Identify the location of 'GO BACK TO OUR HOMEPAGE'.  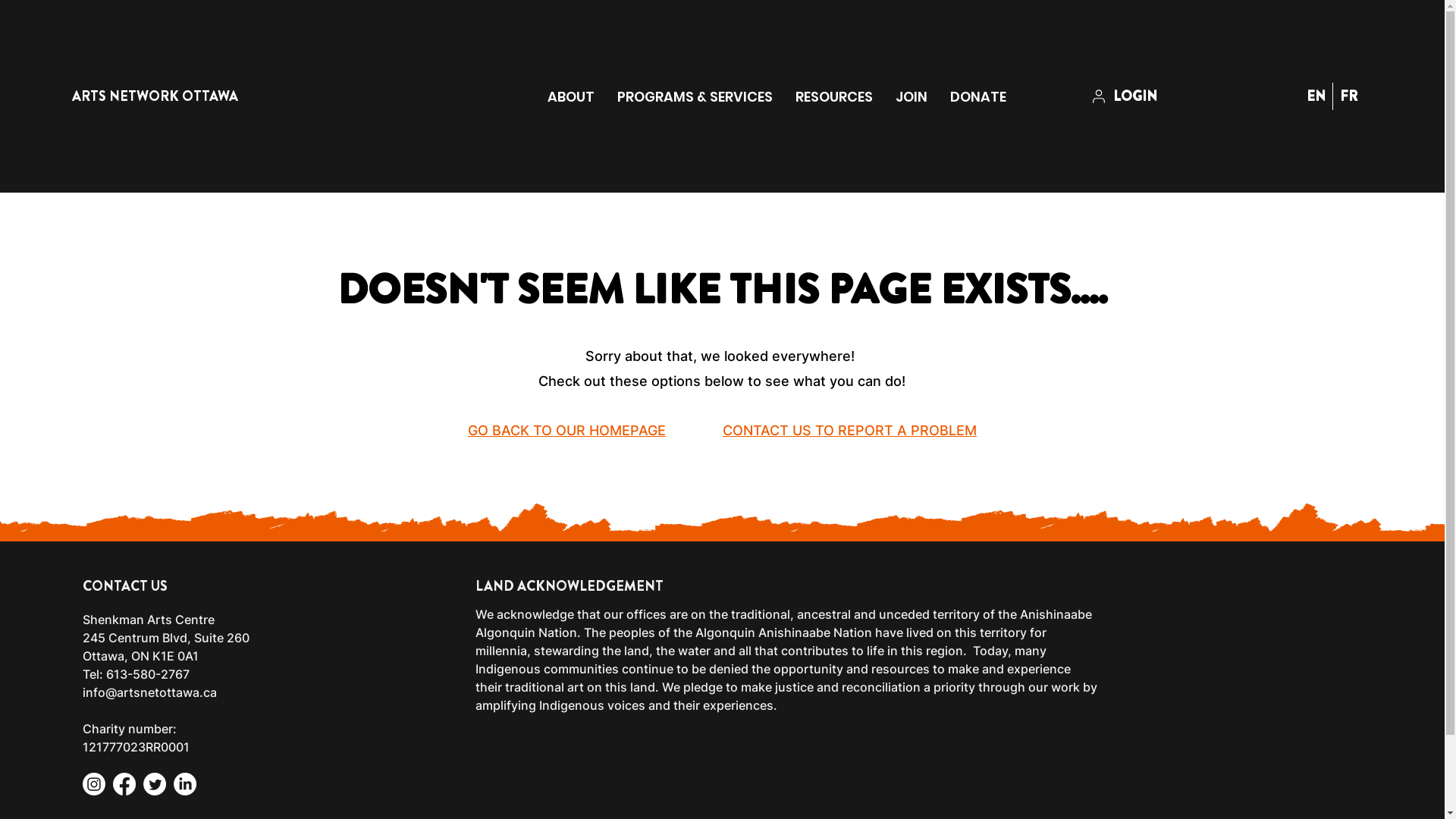
(467, 430).